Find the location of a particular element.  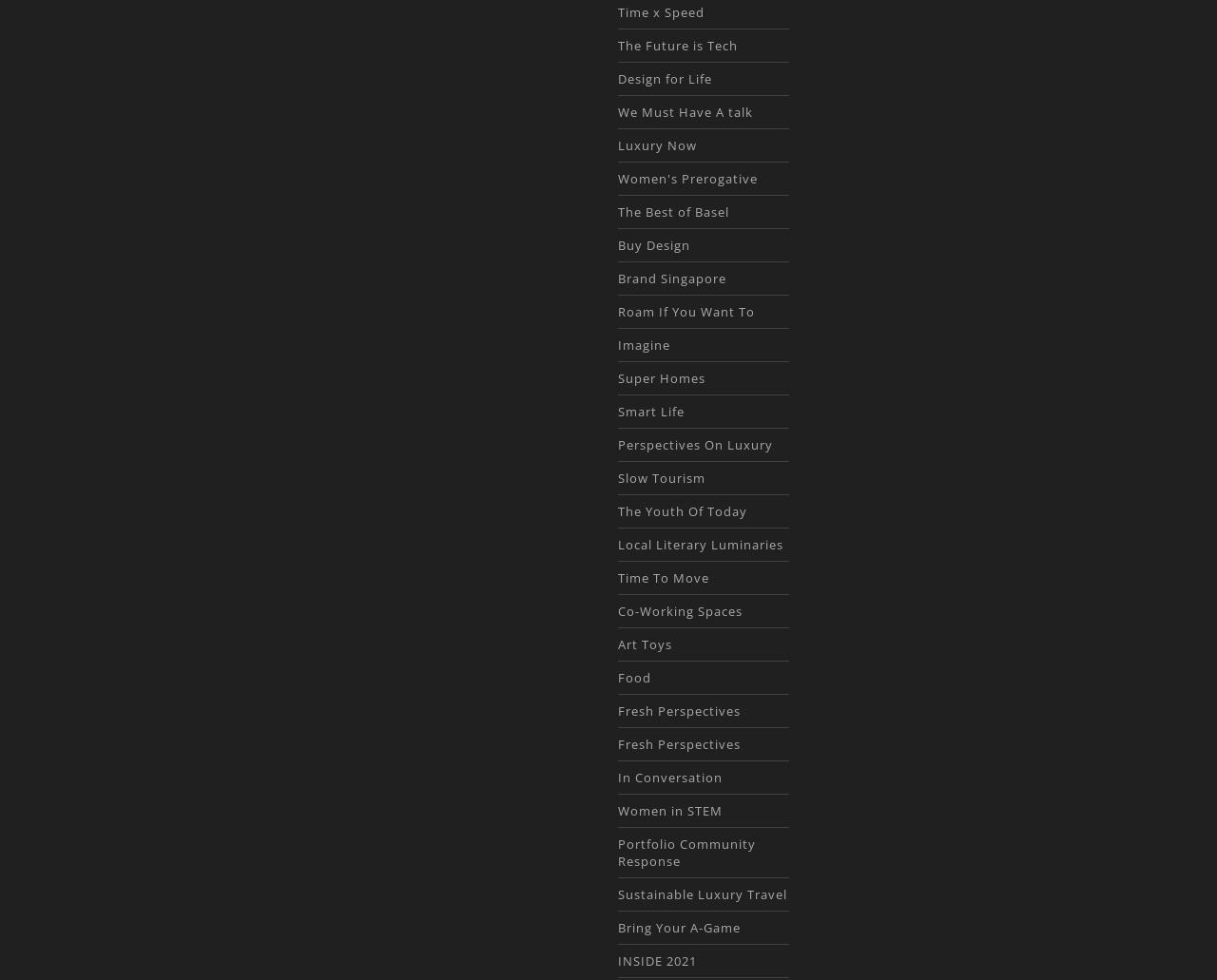

'Luxury Now' is located at coordinates (656, 144).